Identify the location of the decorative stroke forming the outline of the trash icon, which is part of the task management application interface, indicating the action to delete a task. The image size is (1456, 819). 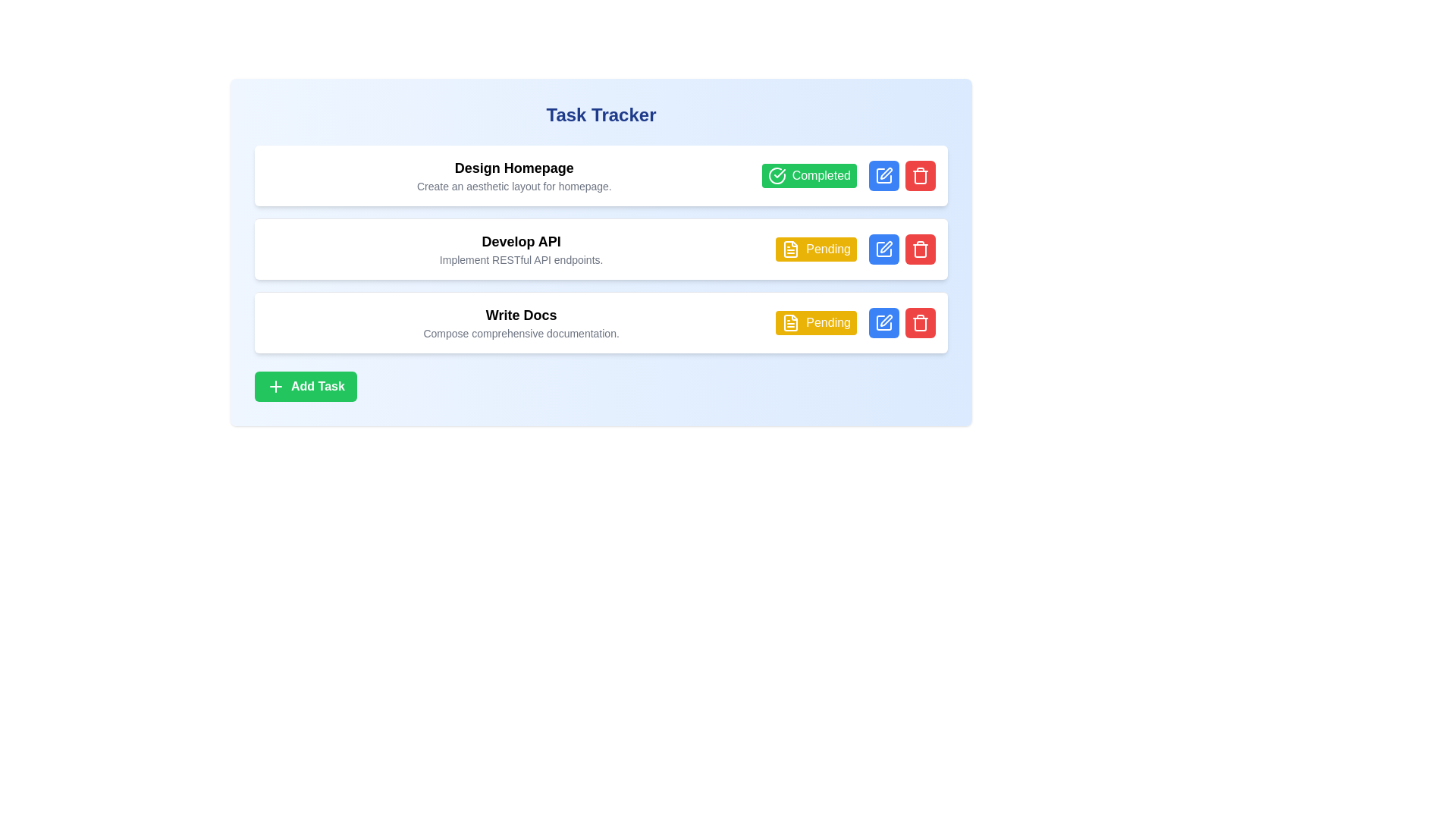
(920, 324).